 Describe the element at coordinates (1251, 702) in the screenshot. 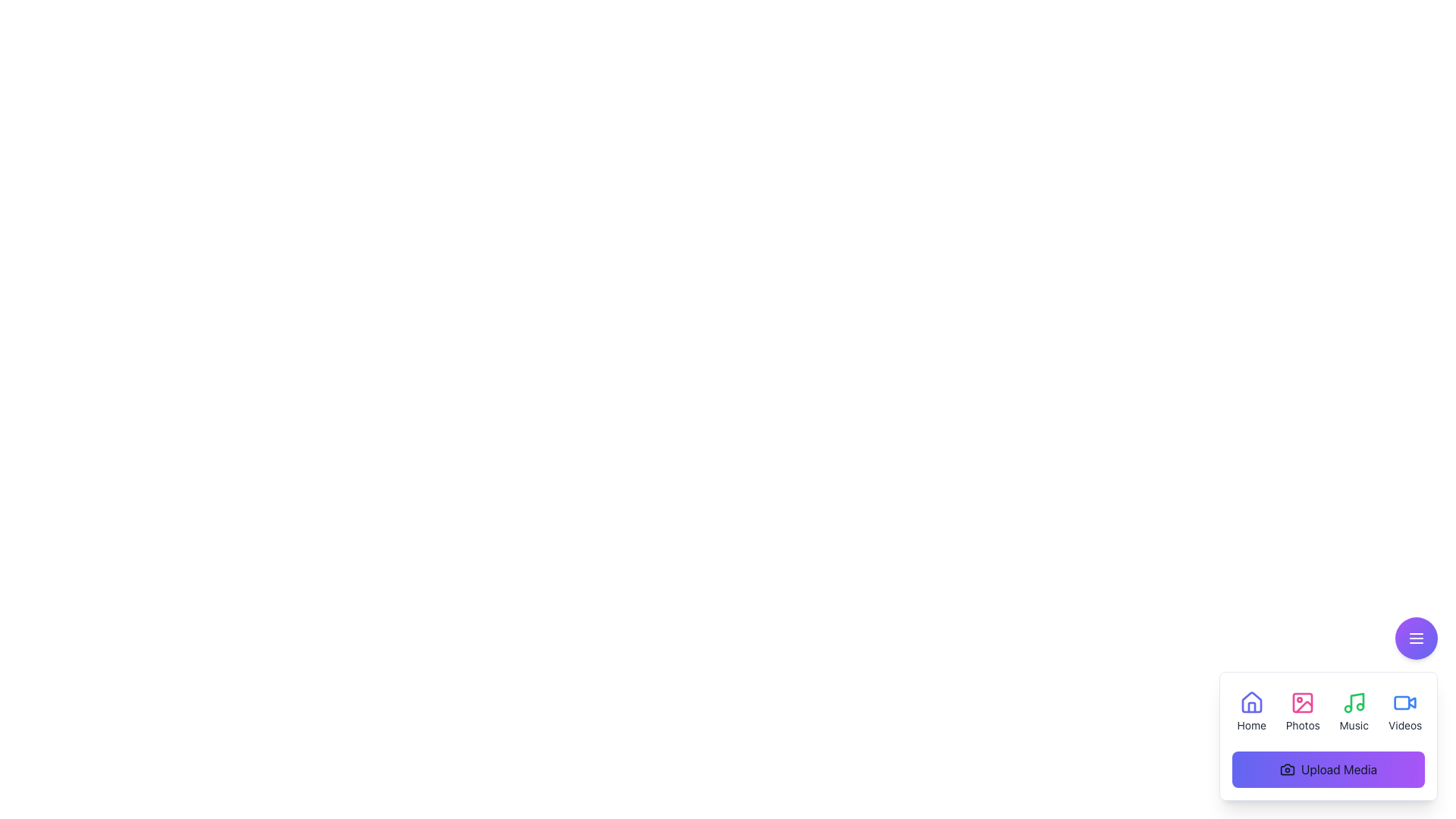

I see `the stylized house icon rendered in indigo color` at that location.